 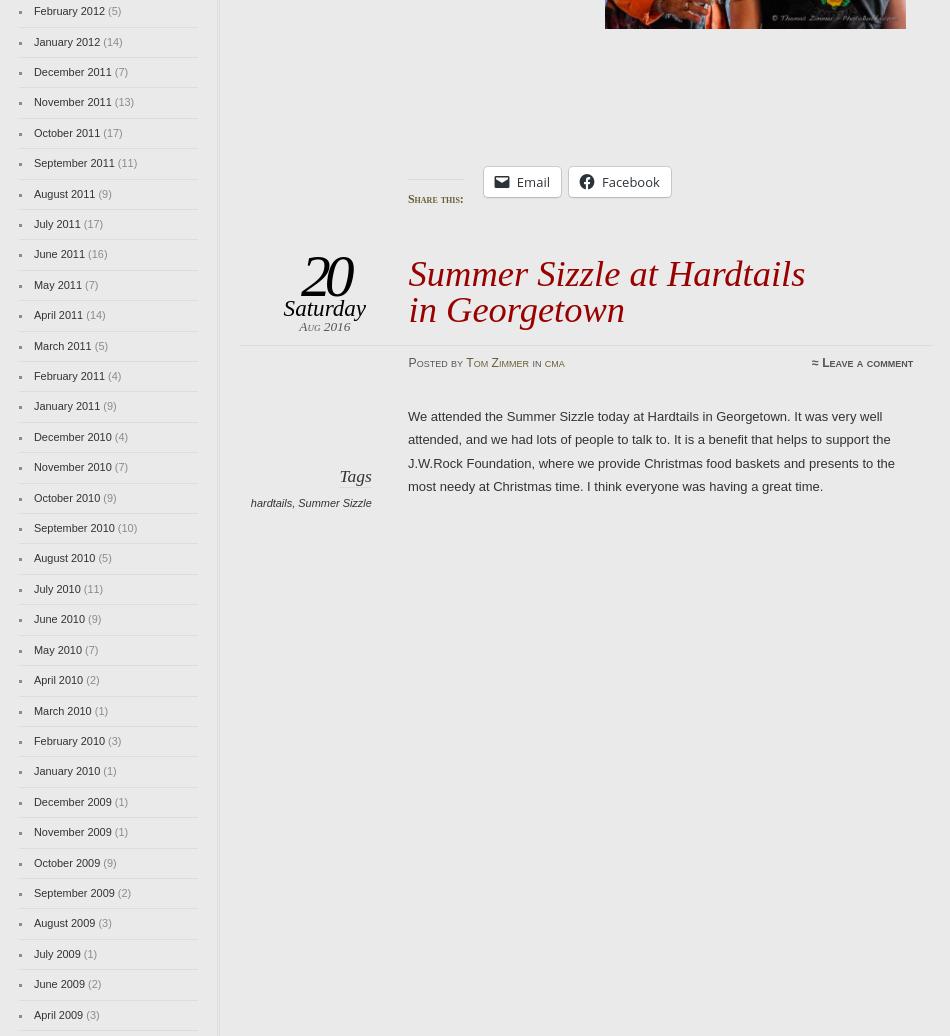 What do you see at coordinates (57, 648) in the screenshot?
I see `'May 2010'` at bounding box center [57, 648].